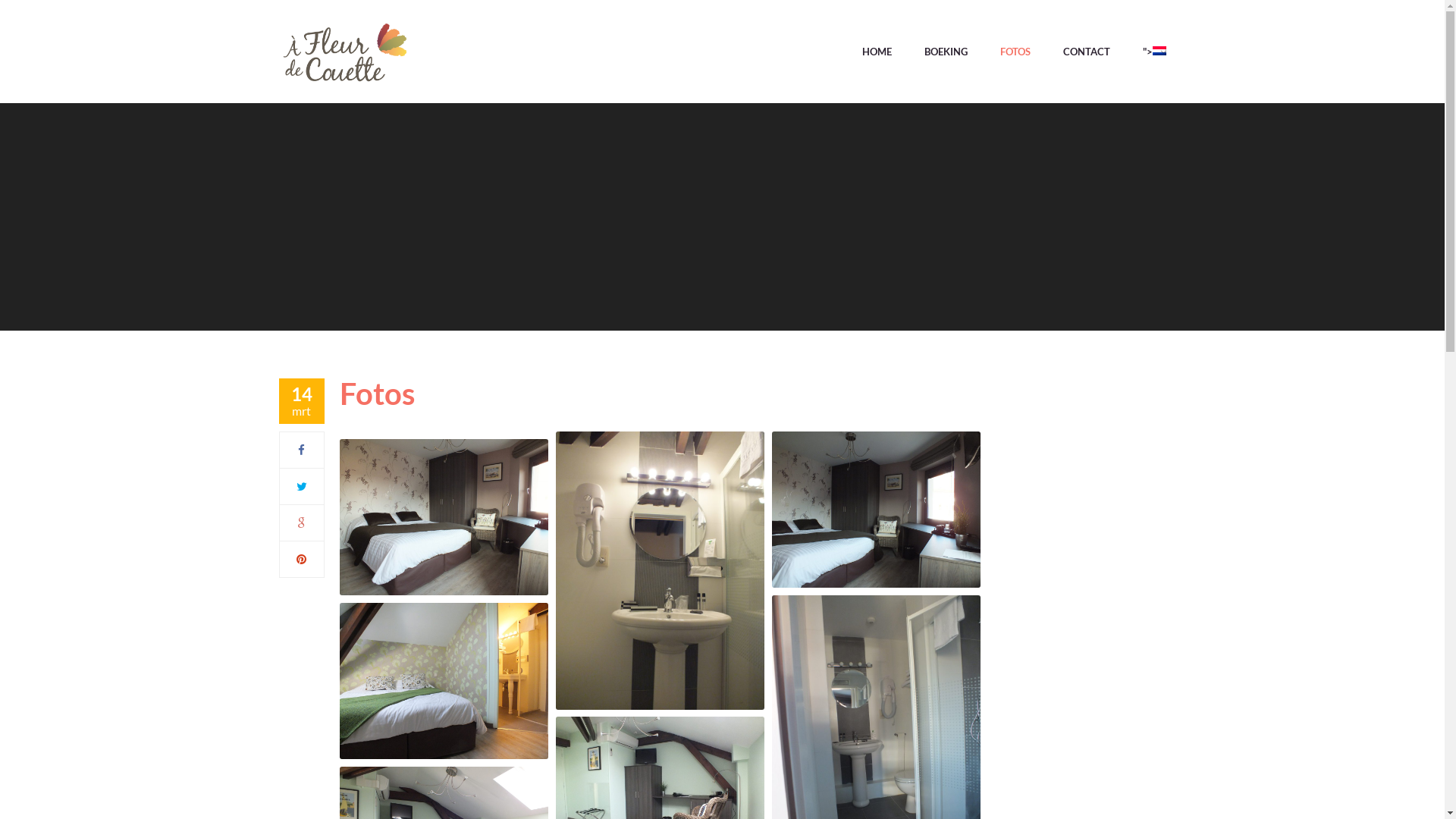  What do you see at coordinates (301, 485) in the screenshot?
I see `'Twitter'` at bounding box center [301, 485].